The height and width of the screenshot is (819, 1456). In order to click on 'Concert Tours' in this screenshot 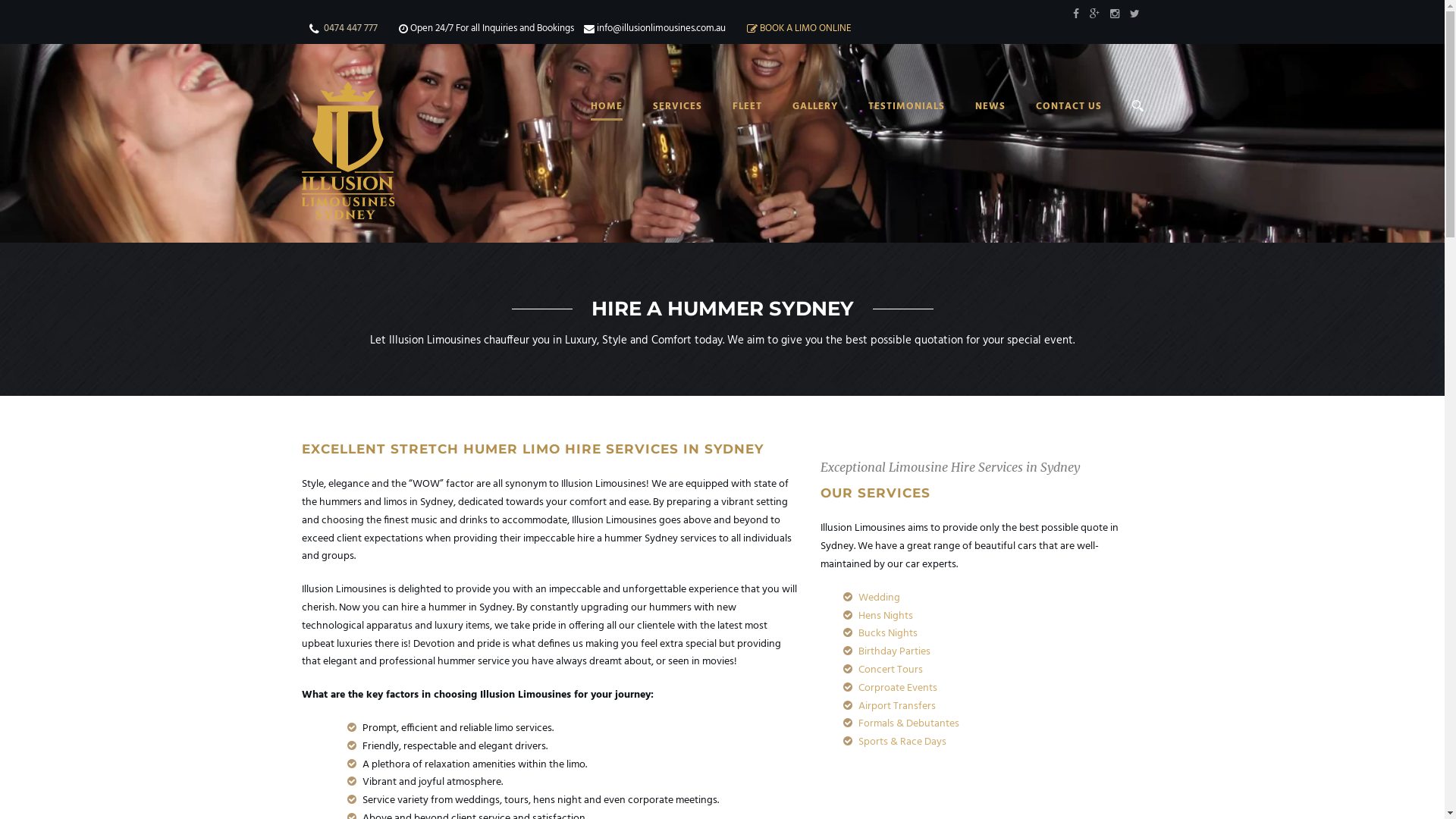, I will do `click(890, 669)`.